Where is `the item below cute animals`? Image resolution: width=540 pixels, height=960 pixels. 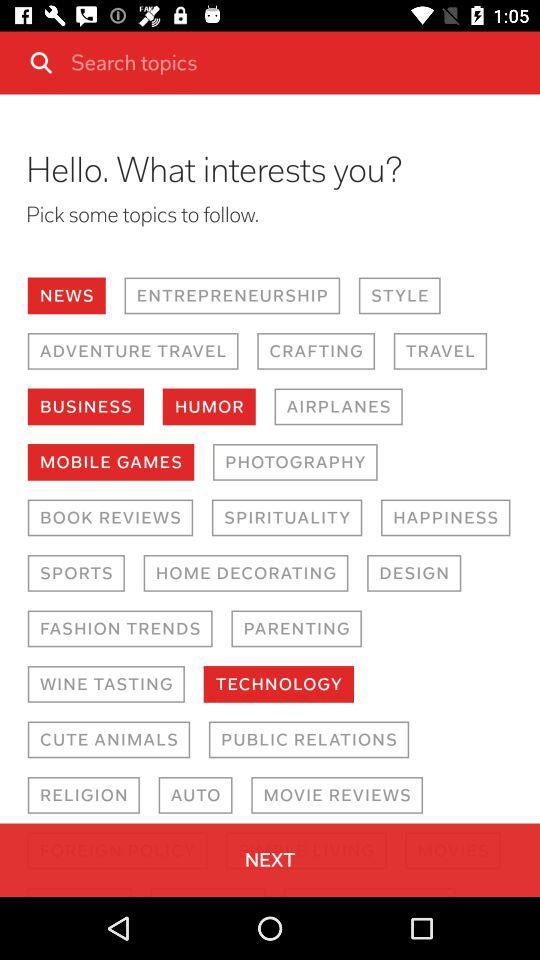
the item below cute animals is located at coordinates (195, 795).